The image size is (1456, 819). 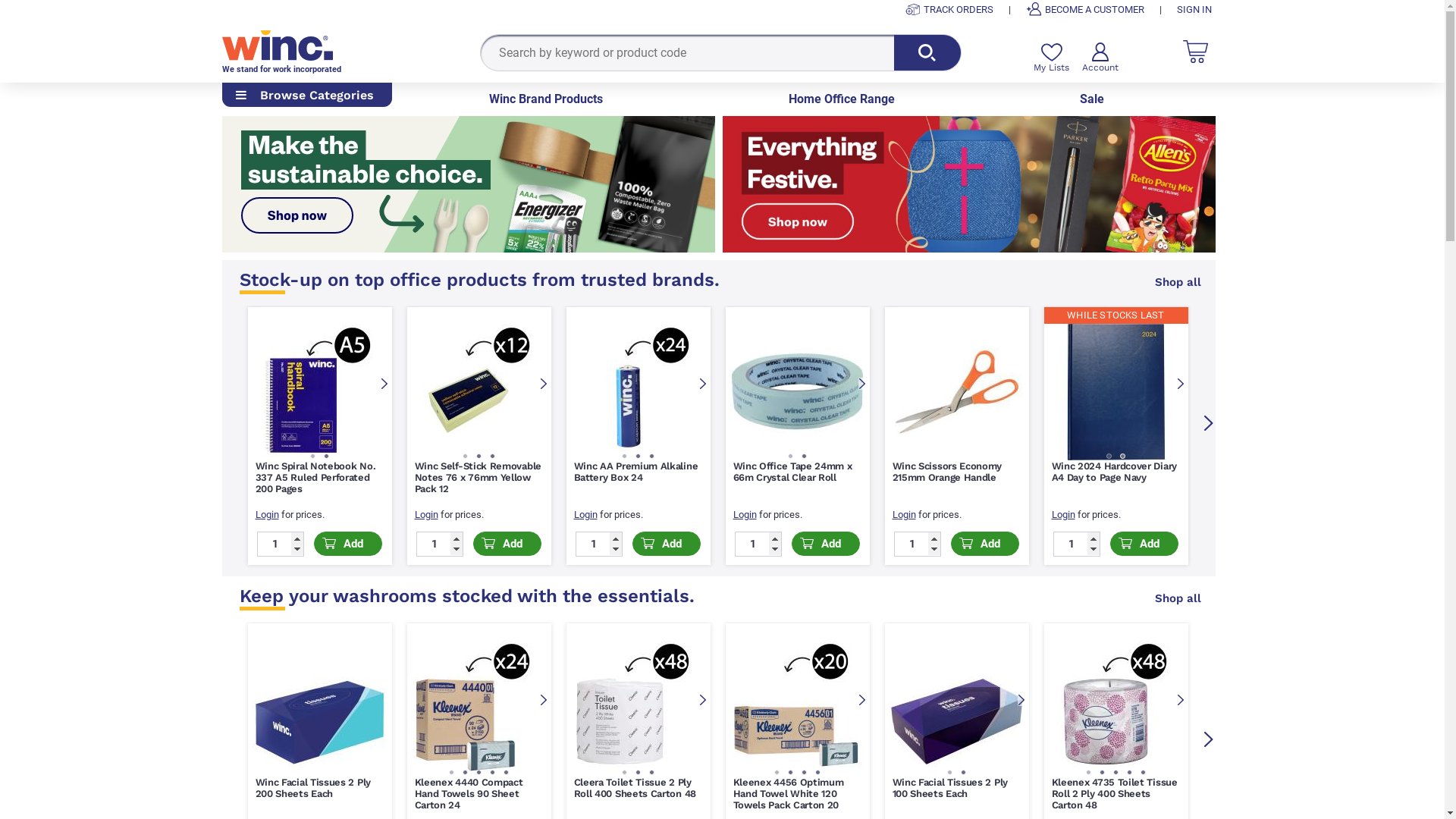 What do you see at coordinates (572, 786) in the screenshot?
I see `'Cleera Toilet Tissue 2 Ply Roll 400 Sheets Carton 48'` at bounding box center [572, 786].